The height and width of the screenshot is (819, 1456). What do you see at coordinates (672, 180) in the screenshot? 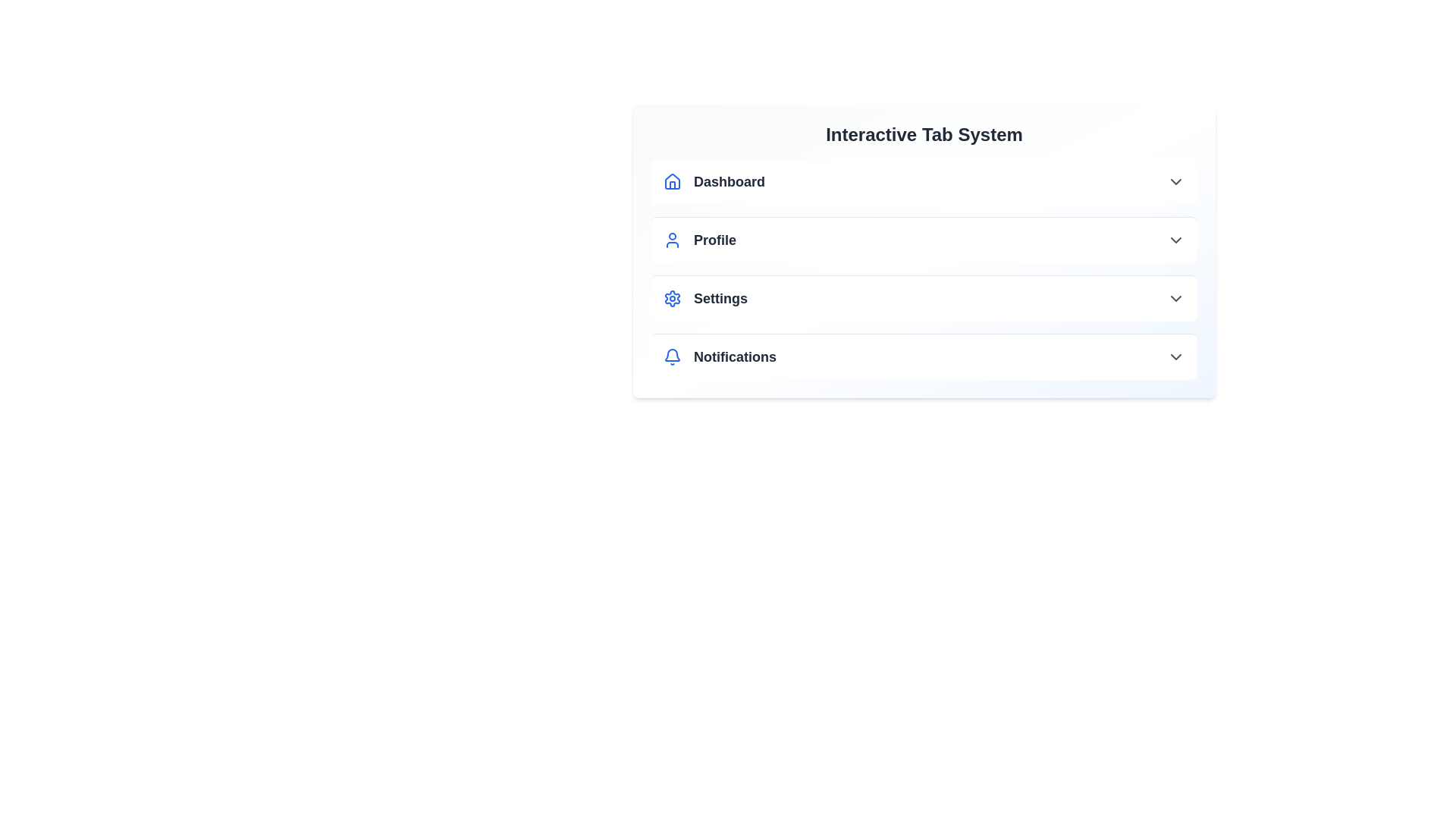
I see `the visual representation of the home icon located at the left side of the first item in a vertical list of four tabs in the navigation menu` at bounding box center [672, 180].